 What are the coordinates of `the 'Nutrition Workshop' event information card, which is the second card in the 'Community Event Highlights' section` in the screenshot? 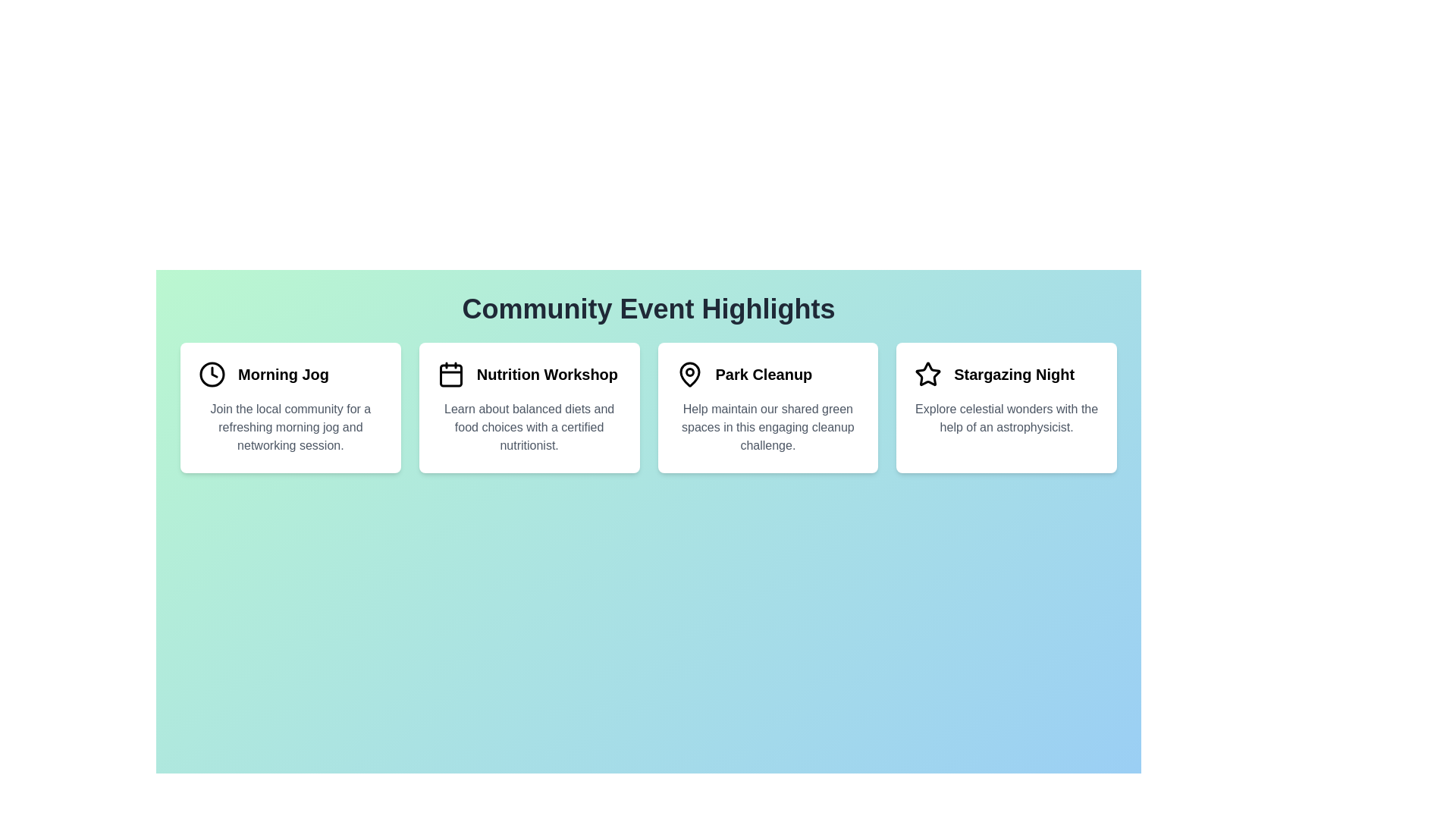 It's located at (529, 406).